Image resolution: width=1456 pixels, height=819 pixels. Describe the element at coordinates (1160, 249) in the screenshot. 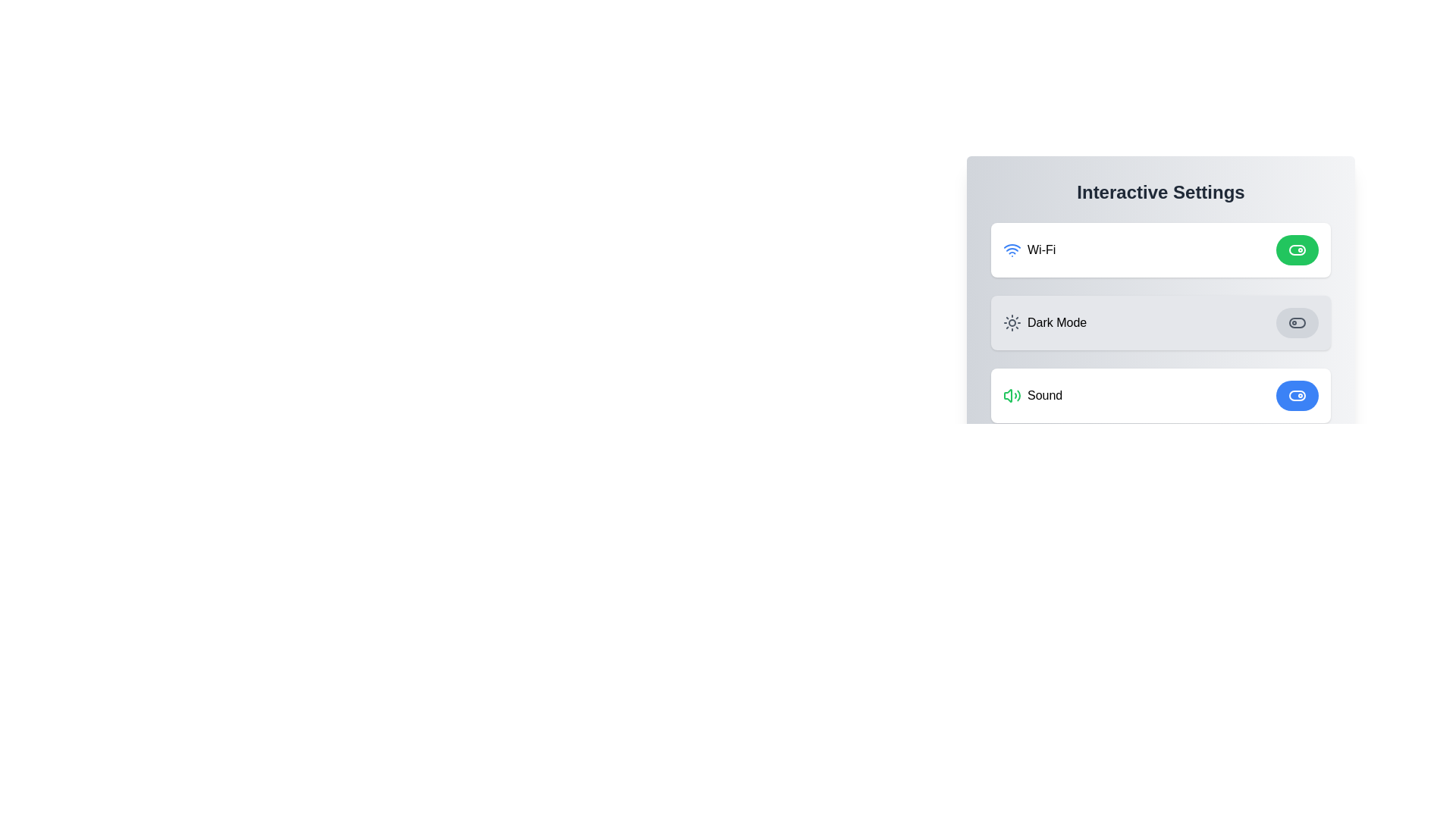

I see `the Wi-Fi toggleable list item for visual confirmation as it is the first item in the 'Interactive Settings' list` at that location.